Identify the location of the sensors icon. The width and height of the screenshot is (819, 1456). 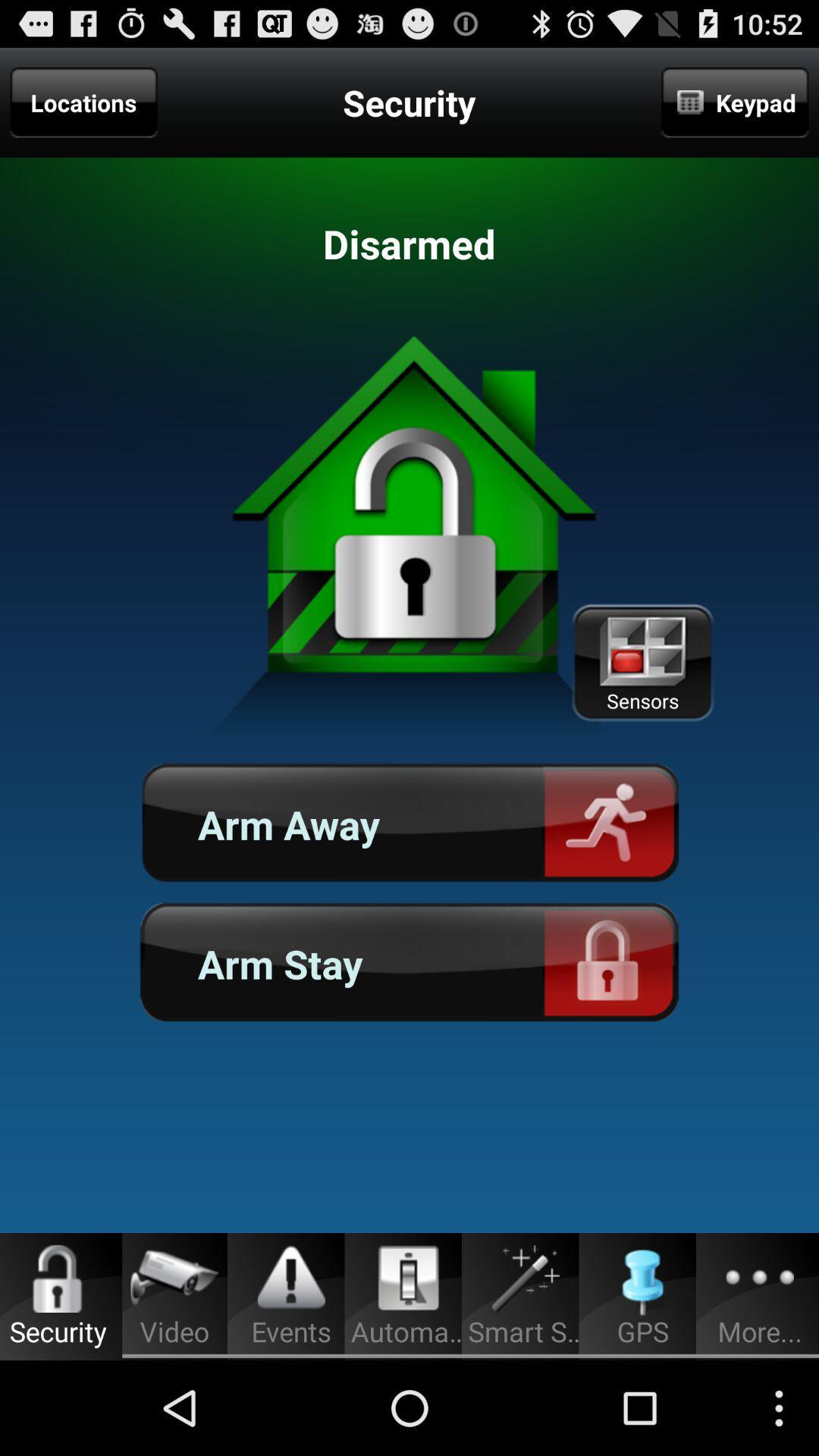
(642, 663).